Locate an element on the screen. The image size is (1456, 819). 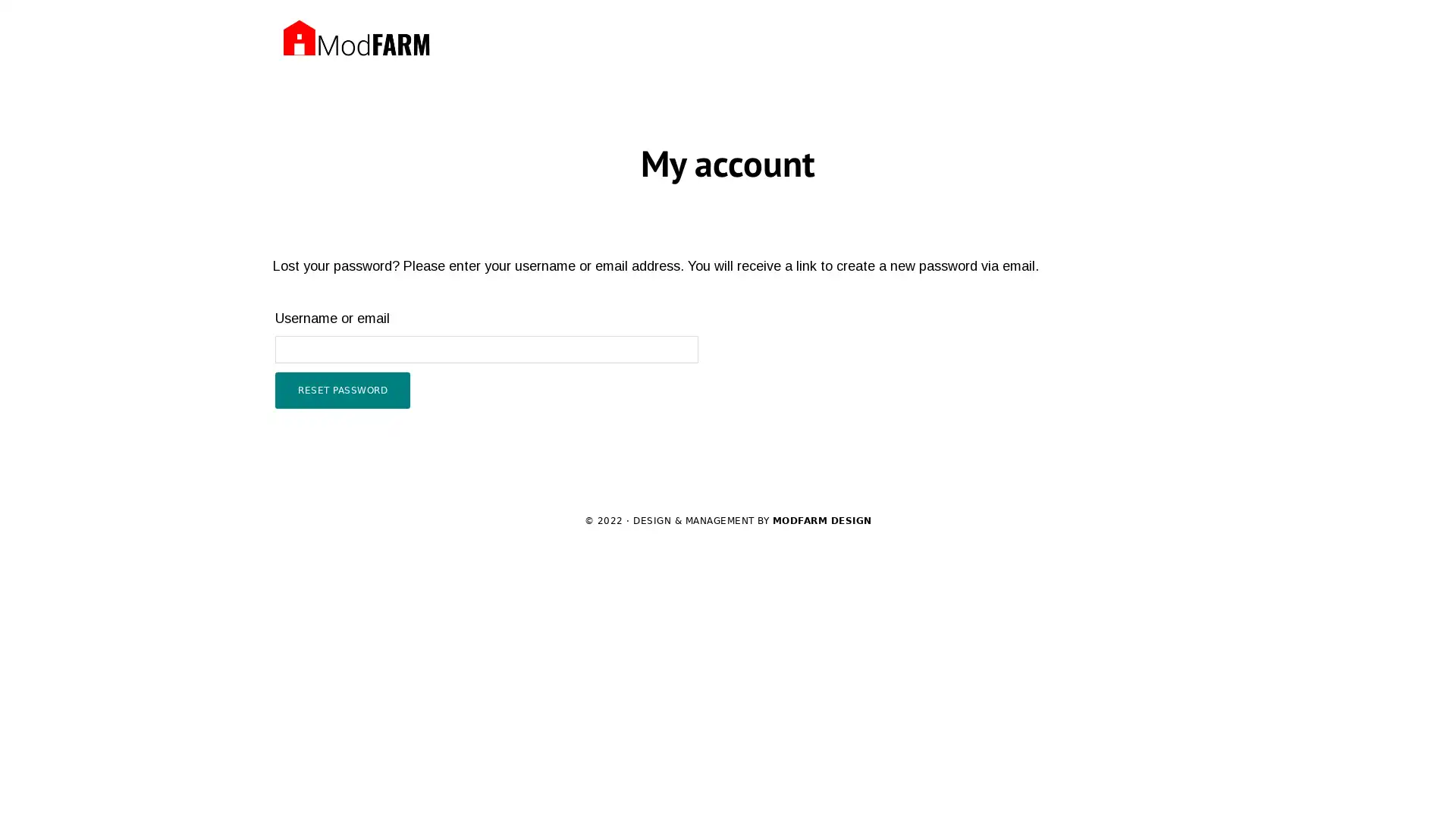
RESET PASSWORD is located at coordinates (341, 388).